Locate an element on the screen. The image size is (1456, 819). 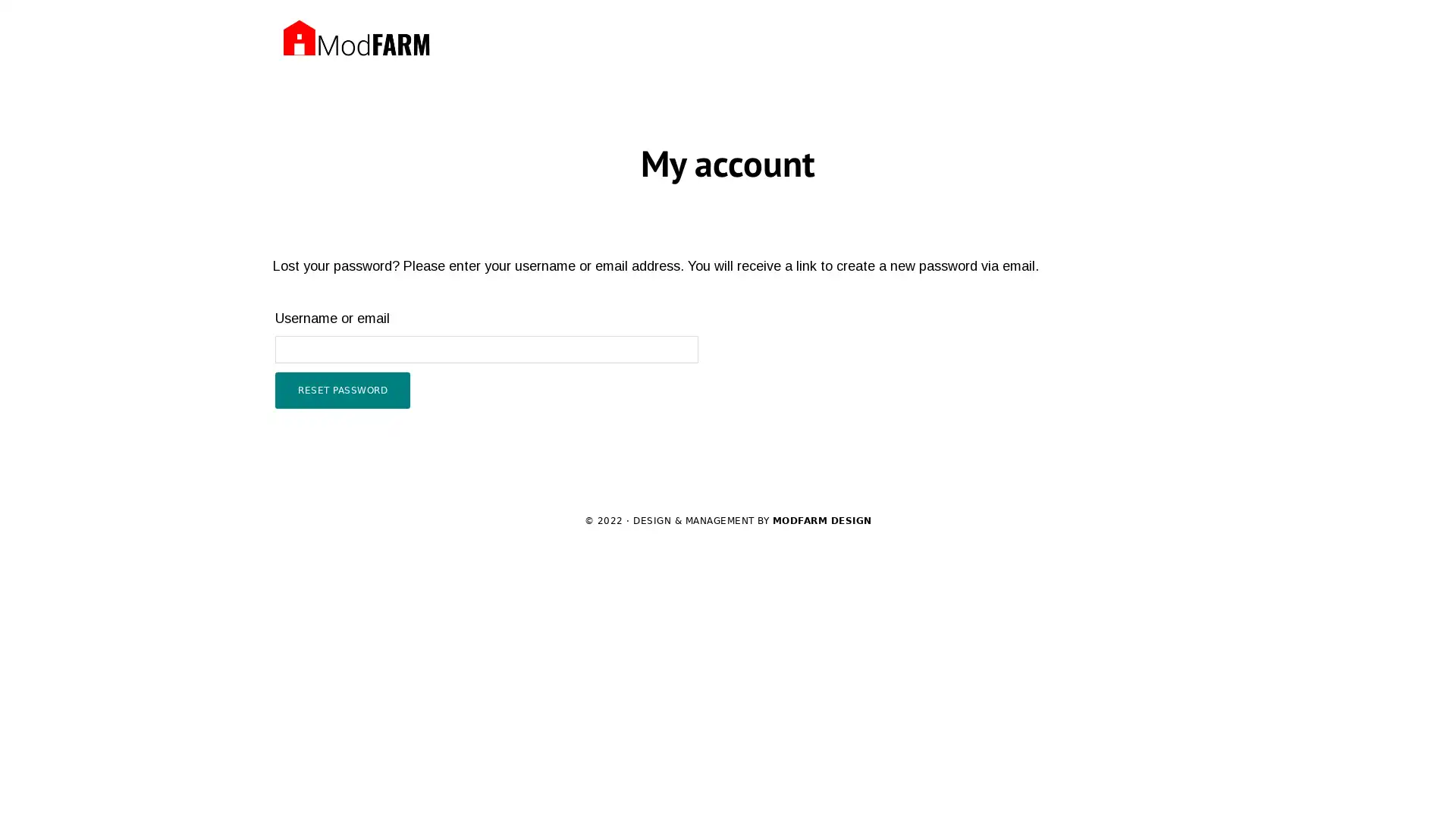
RESET PASSWORD is located at coordinates (341, 388).